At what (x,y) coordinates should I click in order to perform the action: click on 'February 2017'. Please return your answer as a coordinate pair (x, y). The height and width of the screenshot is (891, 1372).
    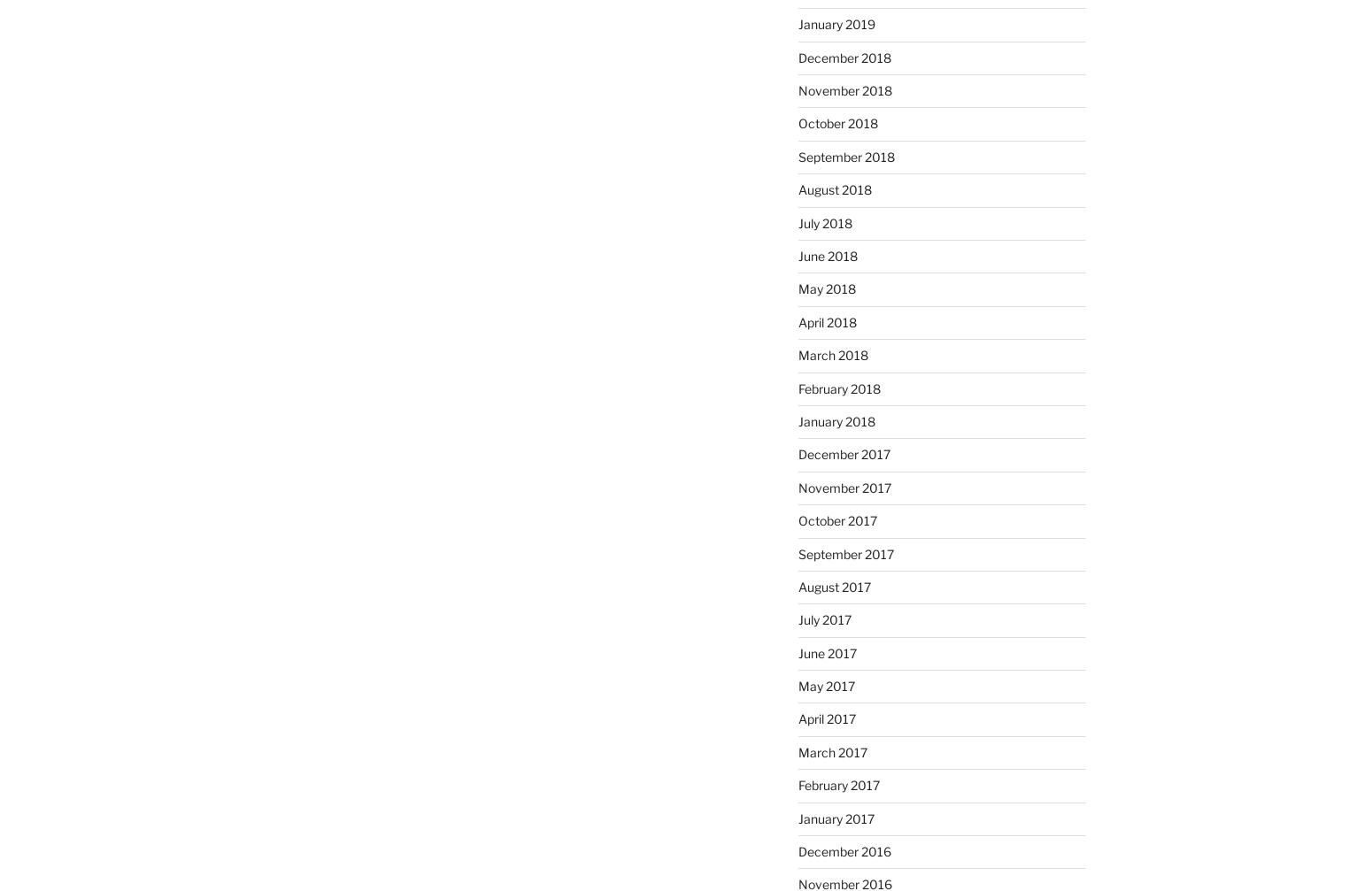
    Looking at the image, I should click on (837, 784).